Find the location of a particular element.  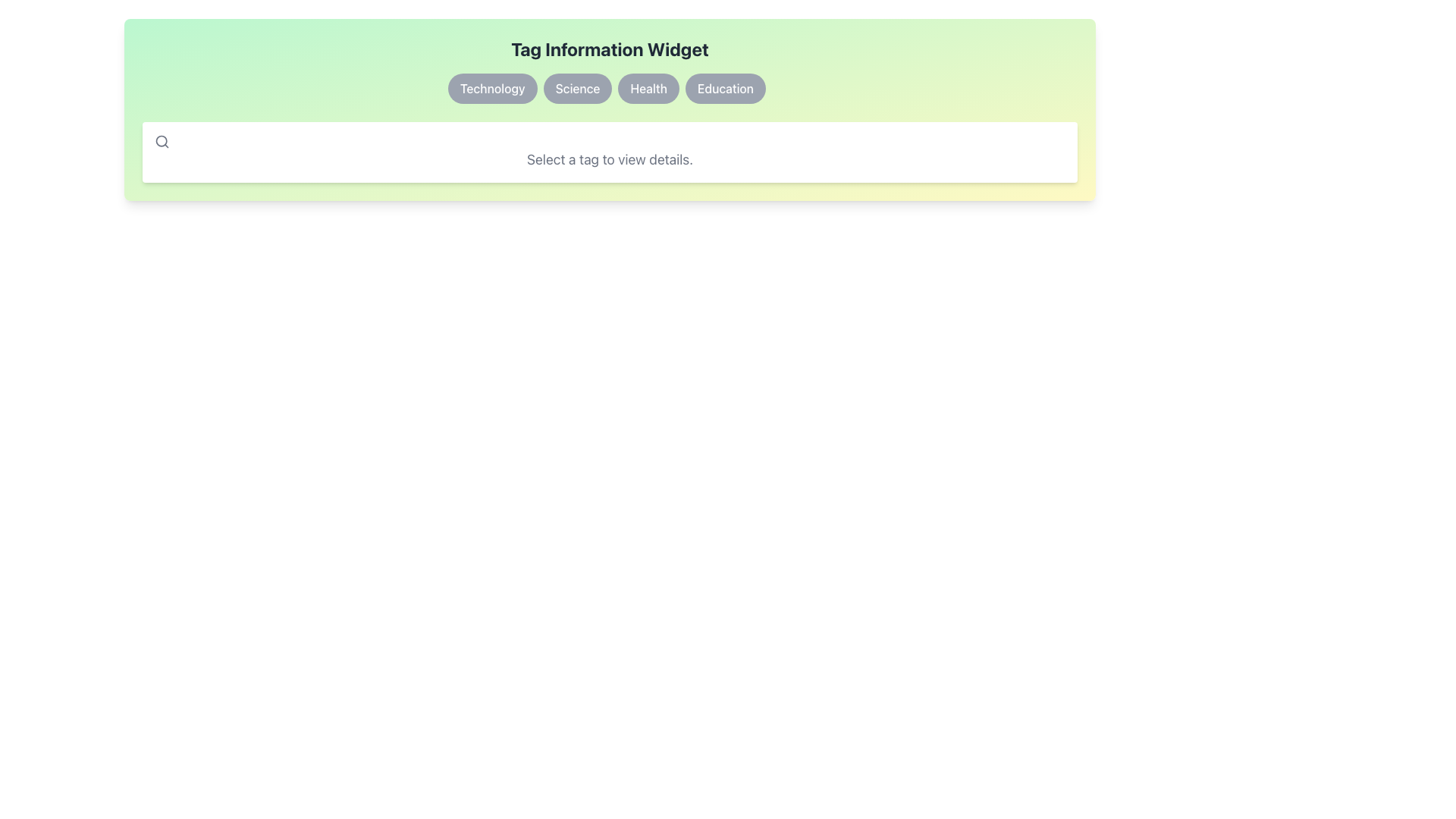

the 'Health' button, which is the third button from the left in the horizontal group of buttons labeled 'Technology', 'Science', 'Health', and 'Education', located under the 'Tag Information Widget' is located at coordinates (648, 88).